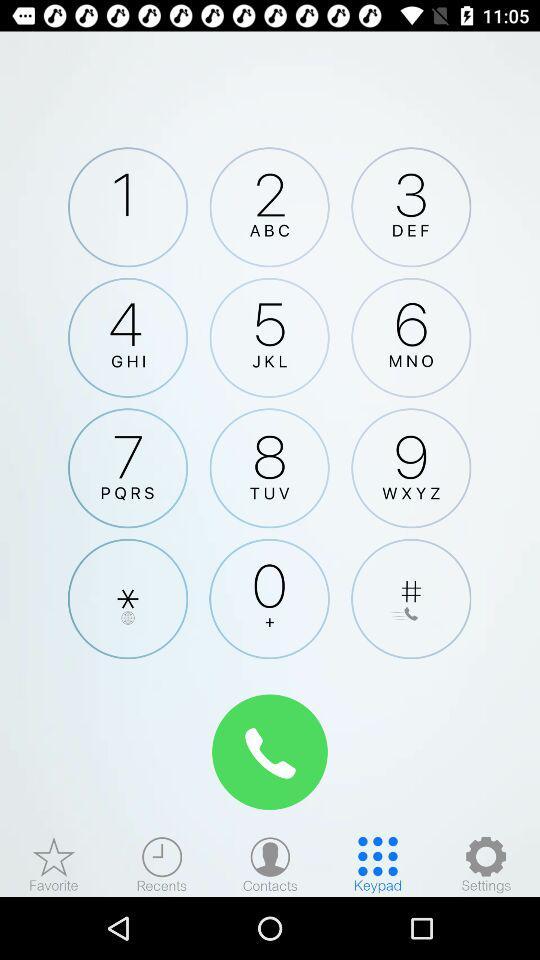 The height and width of the screenshot is (960, 540). Describe the element at coordinates (161, 863) in the screenshot. I see `the time icon` at that location.